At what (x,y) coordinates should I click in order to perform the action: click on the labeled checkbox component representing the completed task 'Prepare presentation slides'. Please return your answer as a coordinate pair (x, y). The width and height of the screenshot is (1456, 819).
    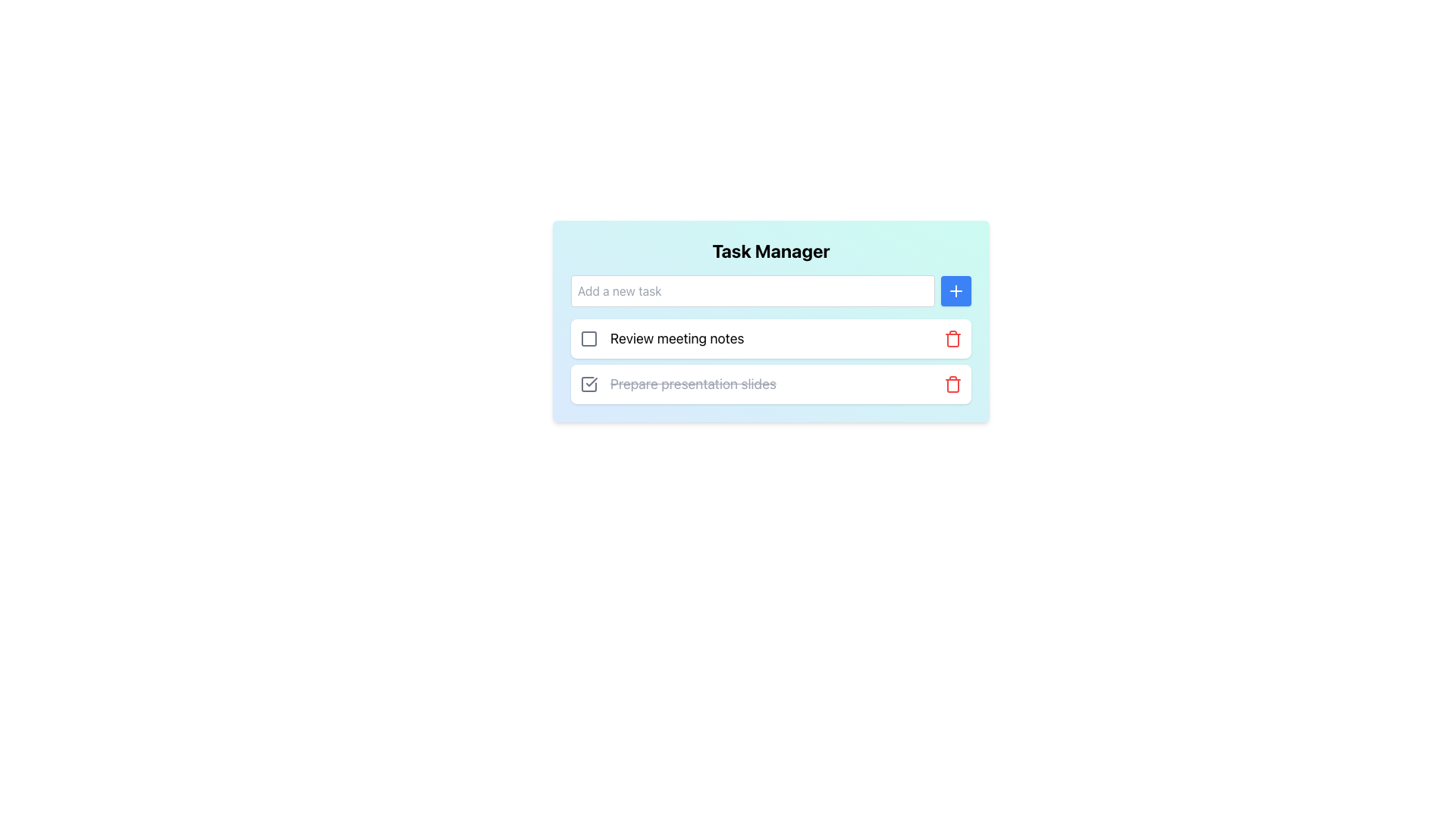
    Looking at the image, I should click on (677, 383).